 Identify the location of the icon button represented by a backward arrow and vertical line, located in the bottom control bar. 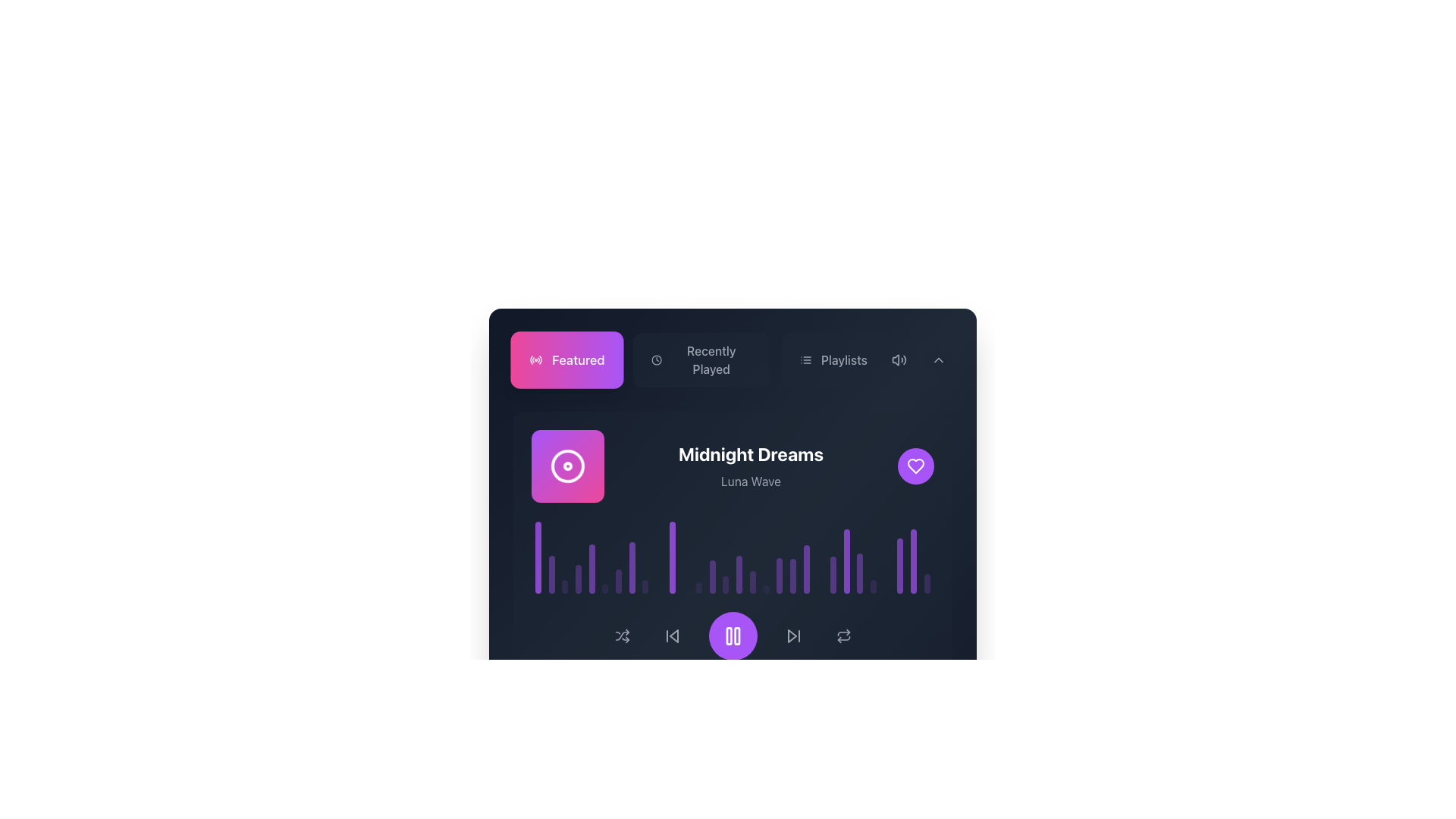
(671, 636).